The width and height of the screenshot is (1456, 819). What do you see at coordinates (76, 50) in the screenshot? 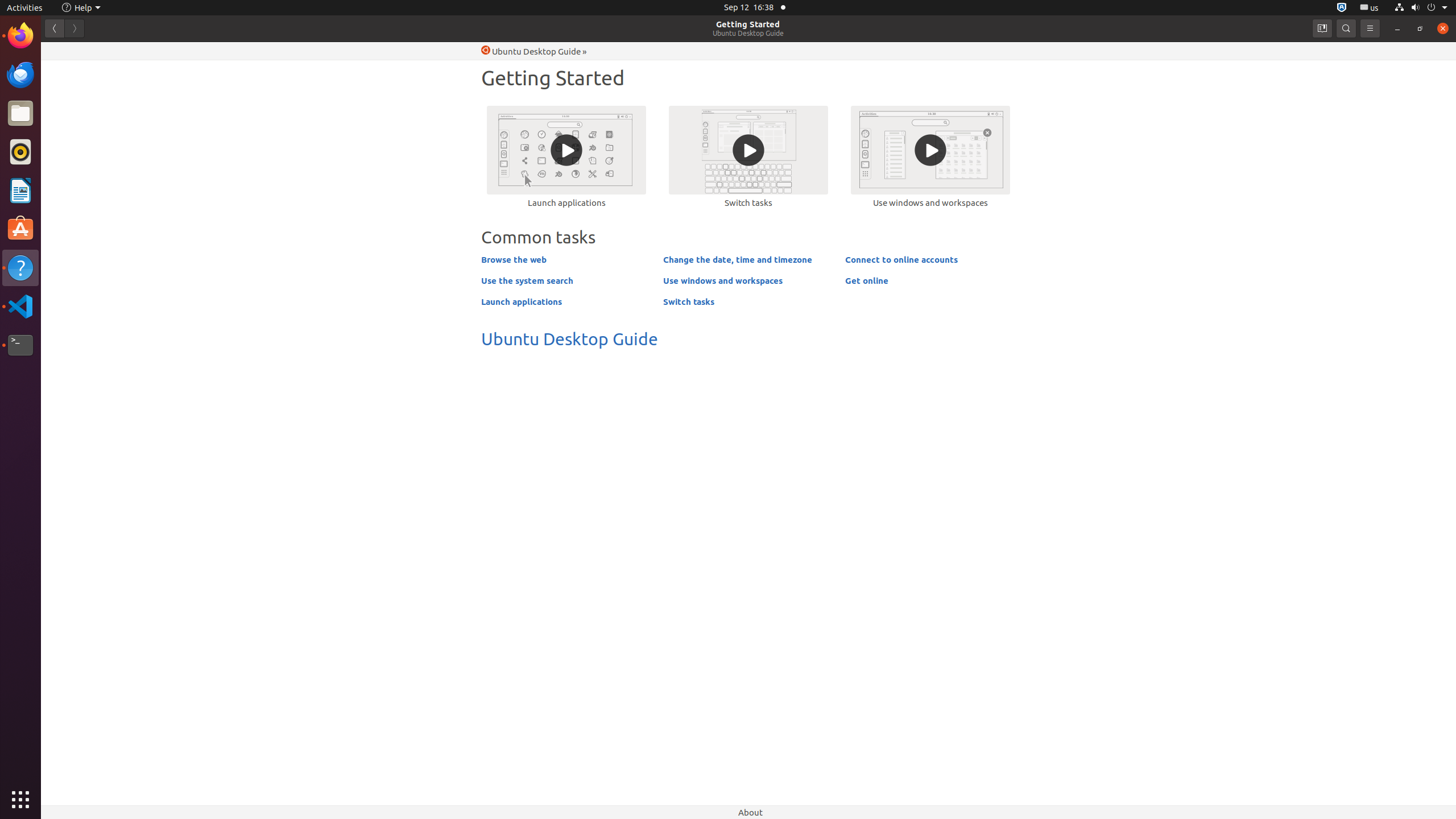
I see `'luyi1'` at bounding box center [76, 50].